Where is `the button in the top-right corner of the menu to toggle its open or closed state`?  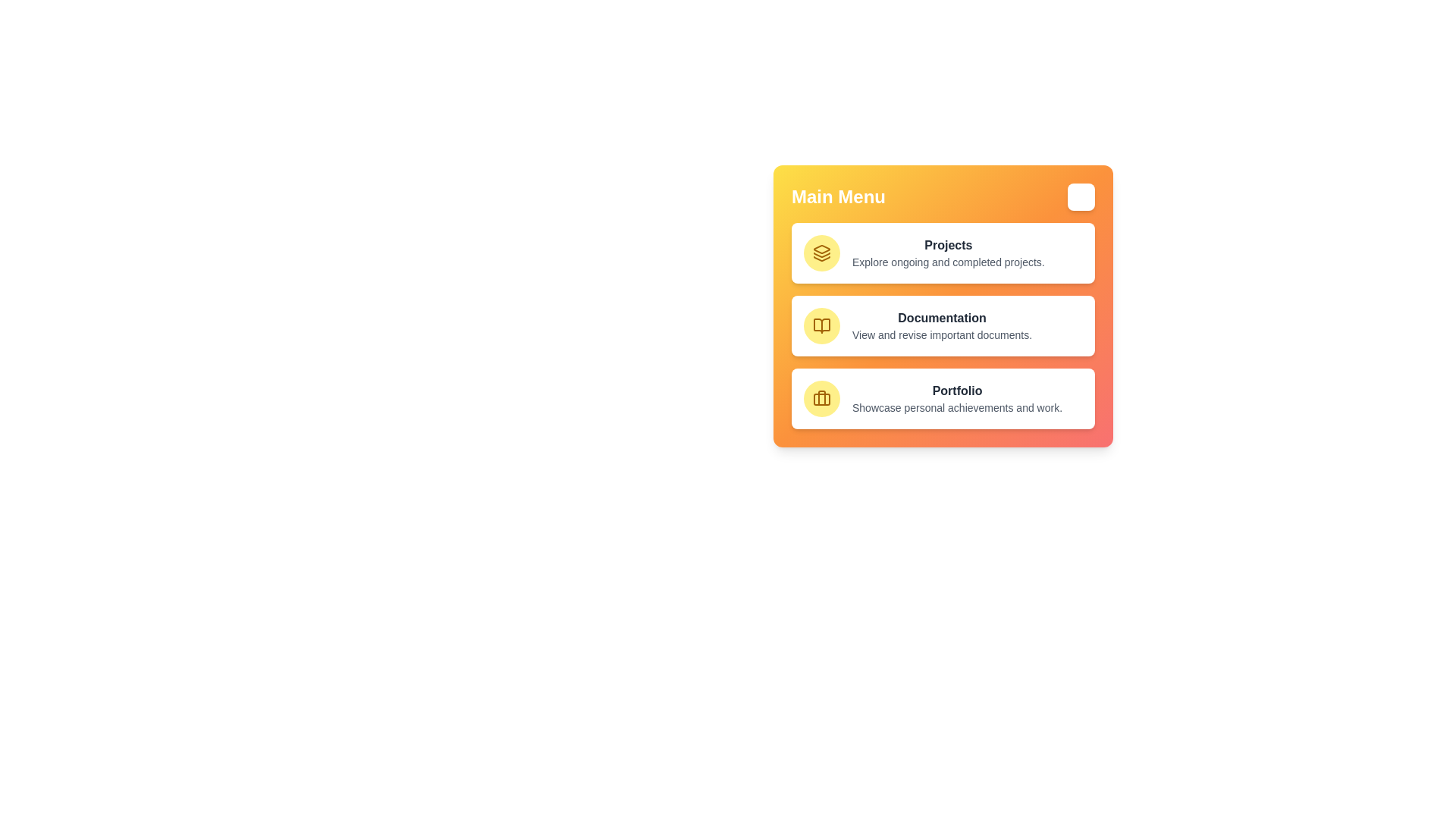 the button in the top-right corner of the menu to toggle its open or closed state is located at coordinates (1080, 196).